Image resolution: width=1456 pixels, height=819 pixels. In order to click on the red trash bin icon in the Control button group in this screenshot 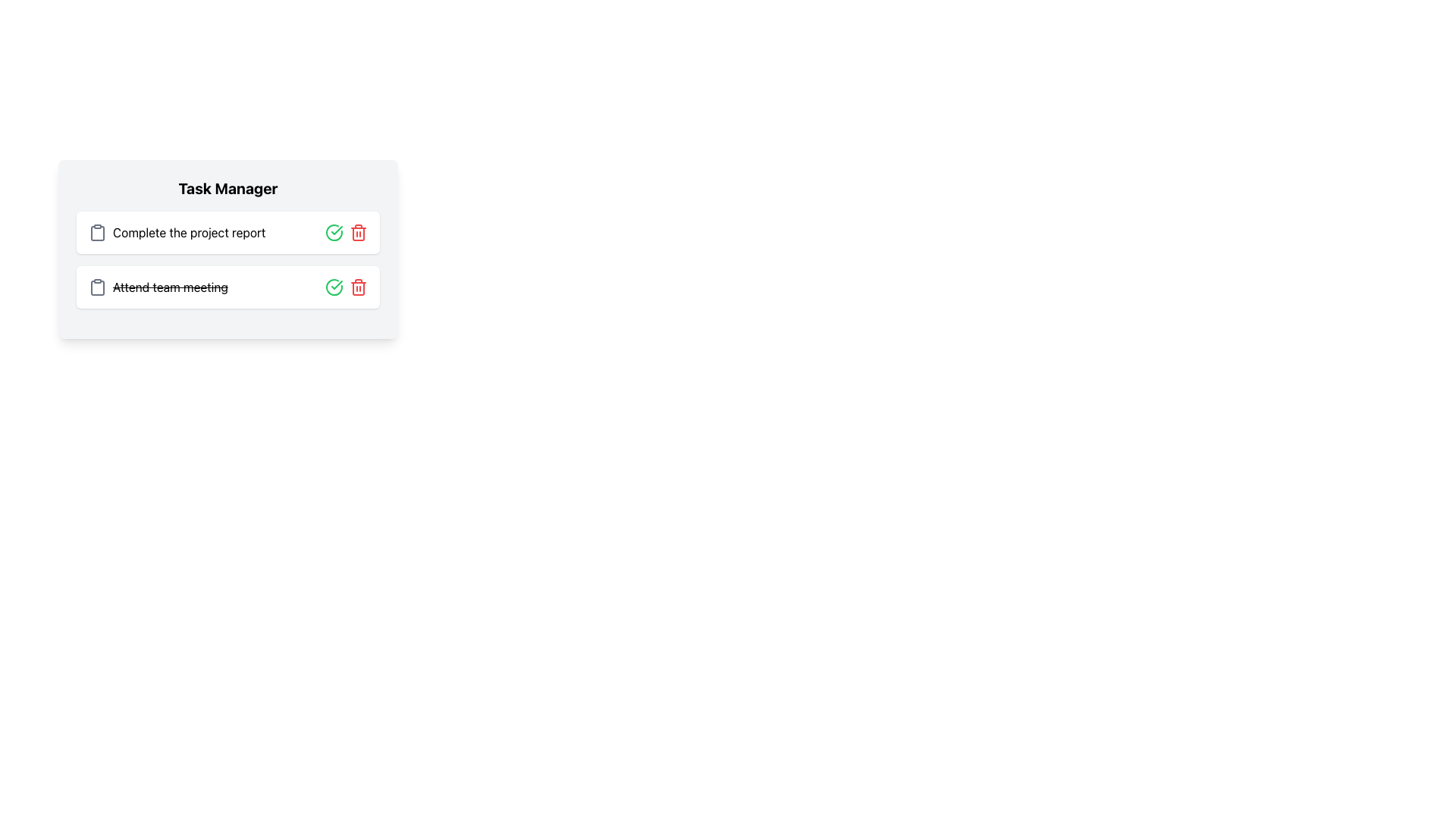, I will do `click(345, 287)`.